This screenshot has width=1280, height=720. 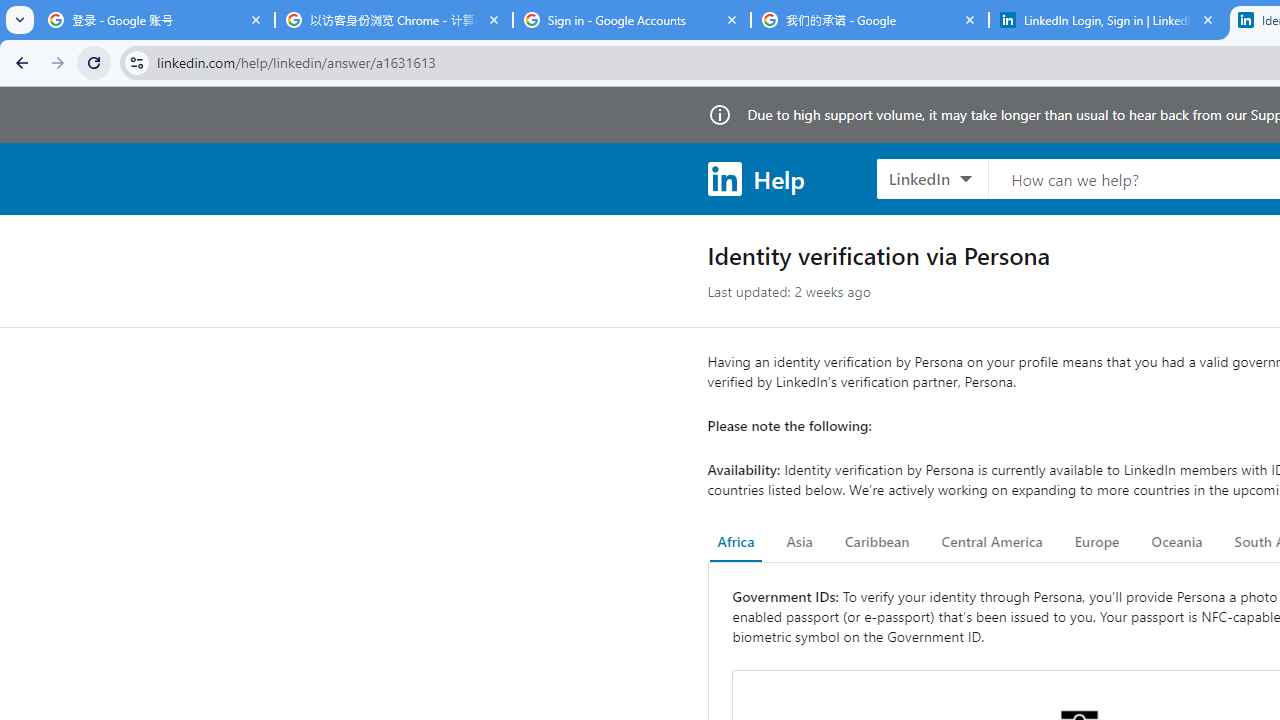 I want to click on 'Asia', so click(x=798, y=542).